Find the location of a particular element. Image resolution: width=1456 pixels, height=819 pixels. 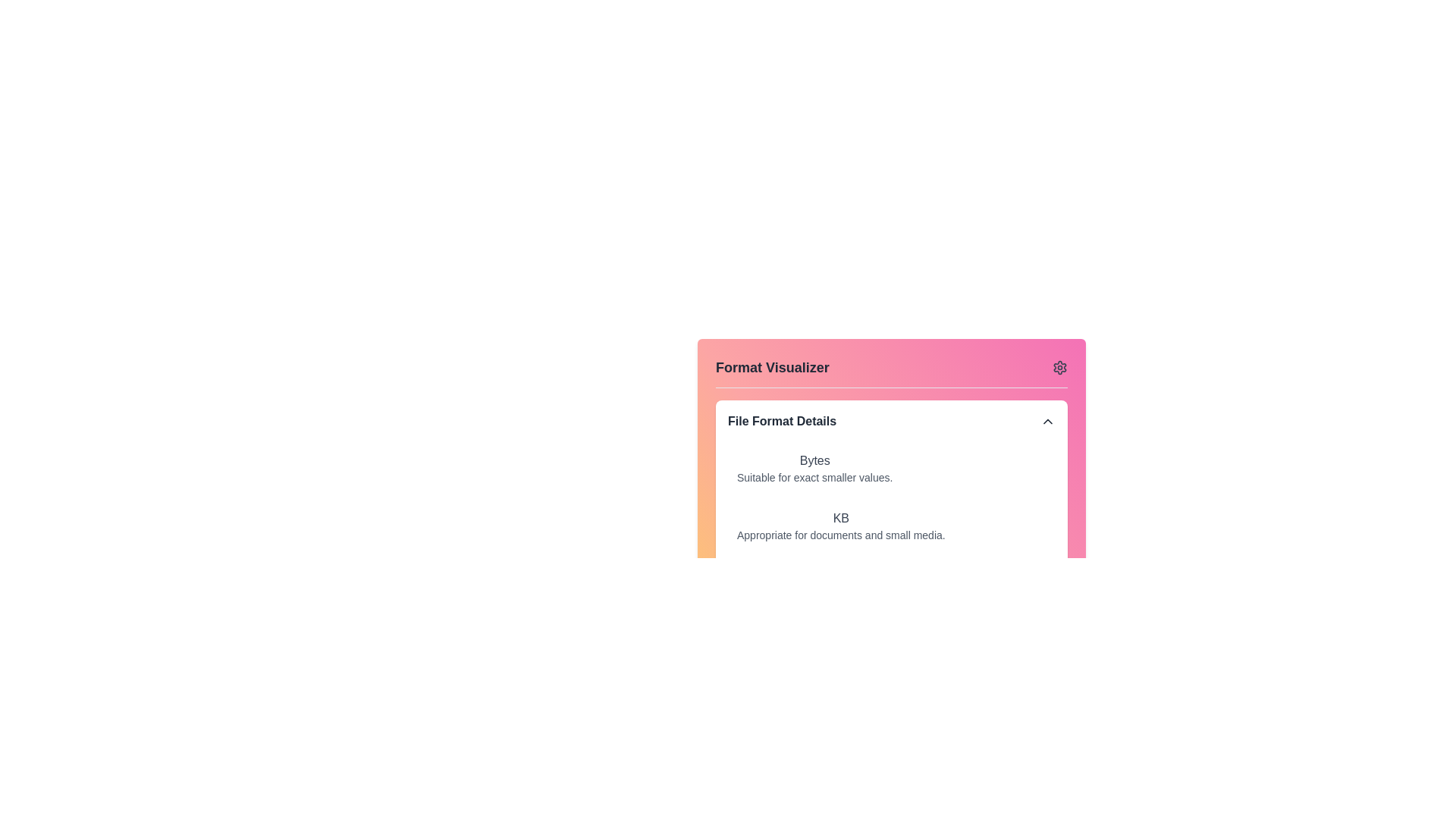

the chevron icon located on the far right side of the 'File Format Details' header is located at coordinates (1047, 421).